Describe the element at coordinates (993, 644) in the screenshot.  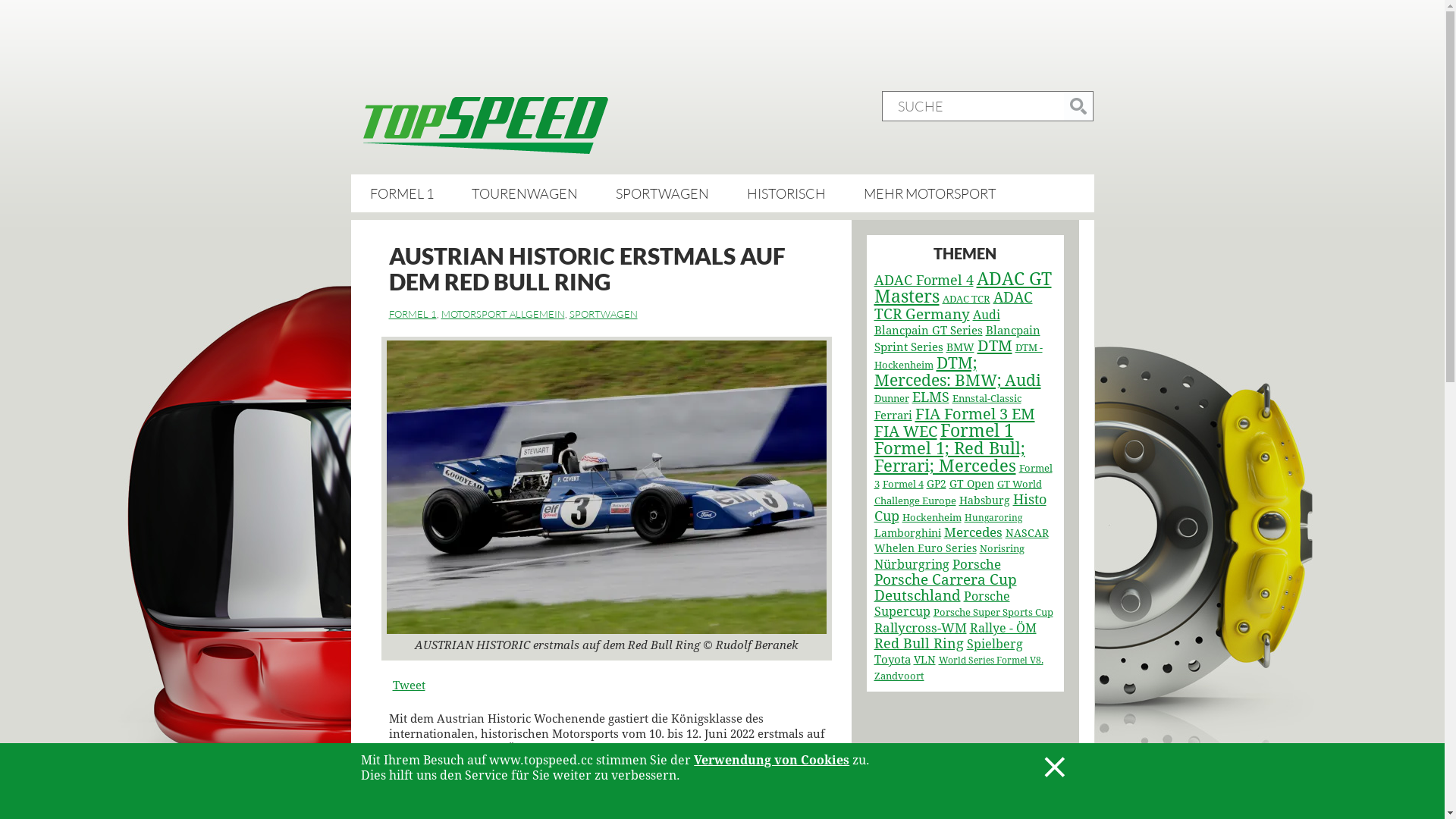
I see `'Spielberg'` at that location.